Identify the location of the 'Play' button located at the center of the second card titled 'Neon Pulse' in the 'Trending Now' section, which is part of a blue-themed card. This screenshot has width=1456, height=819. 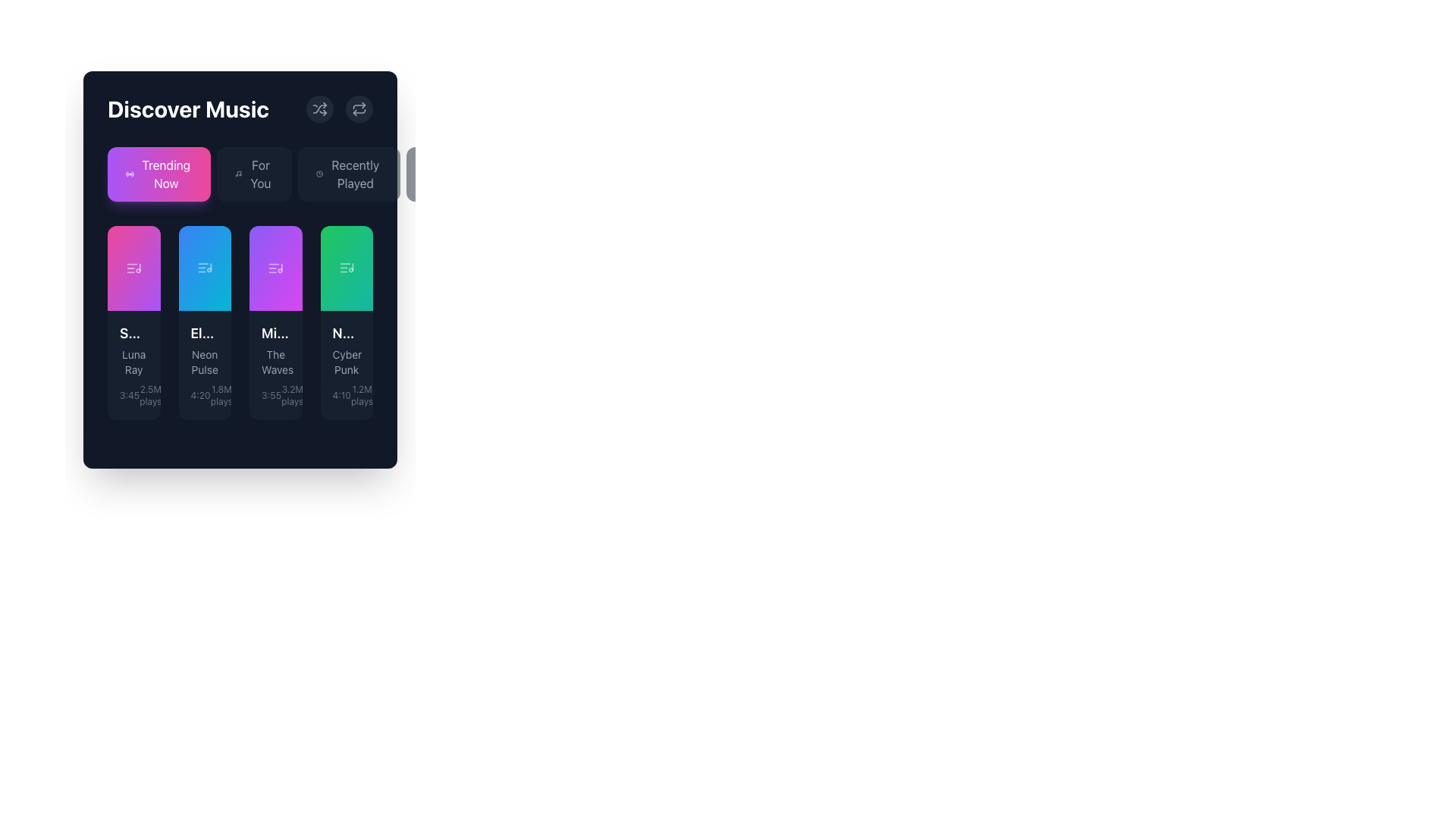
(204, 268).